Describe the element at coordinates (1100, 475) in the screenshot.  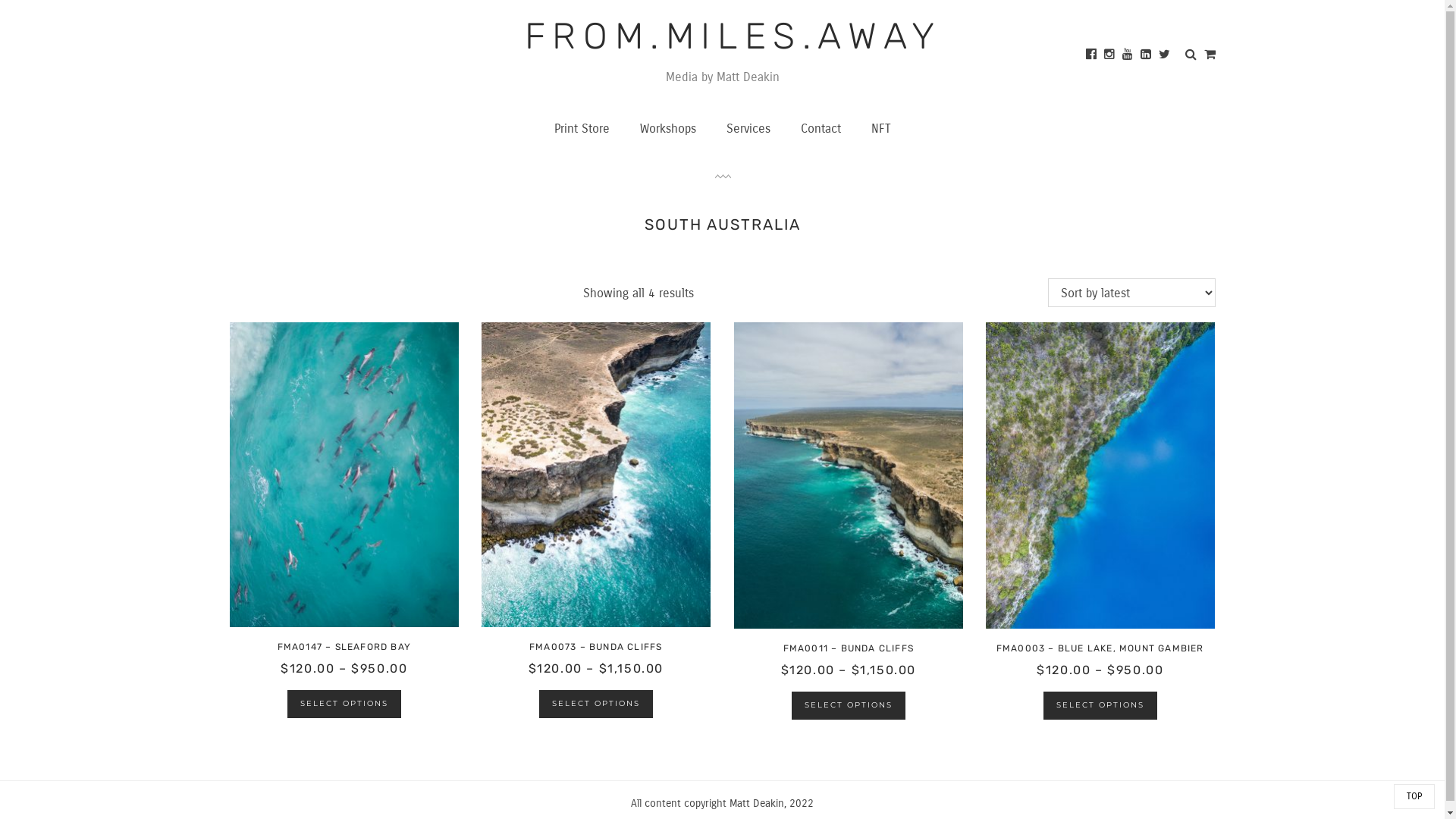
I see `'FMA0003 - POR'` at that location.